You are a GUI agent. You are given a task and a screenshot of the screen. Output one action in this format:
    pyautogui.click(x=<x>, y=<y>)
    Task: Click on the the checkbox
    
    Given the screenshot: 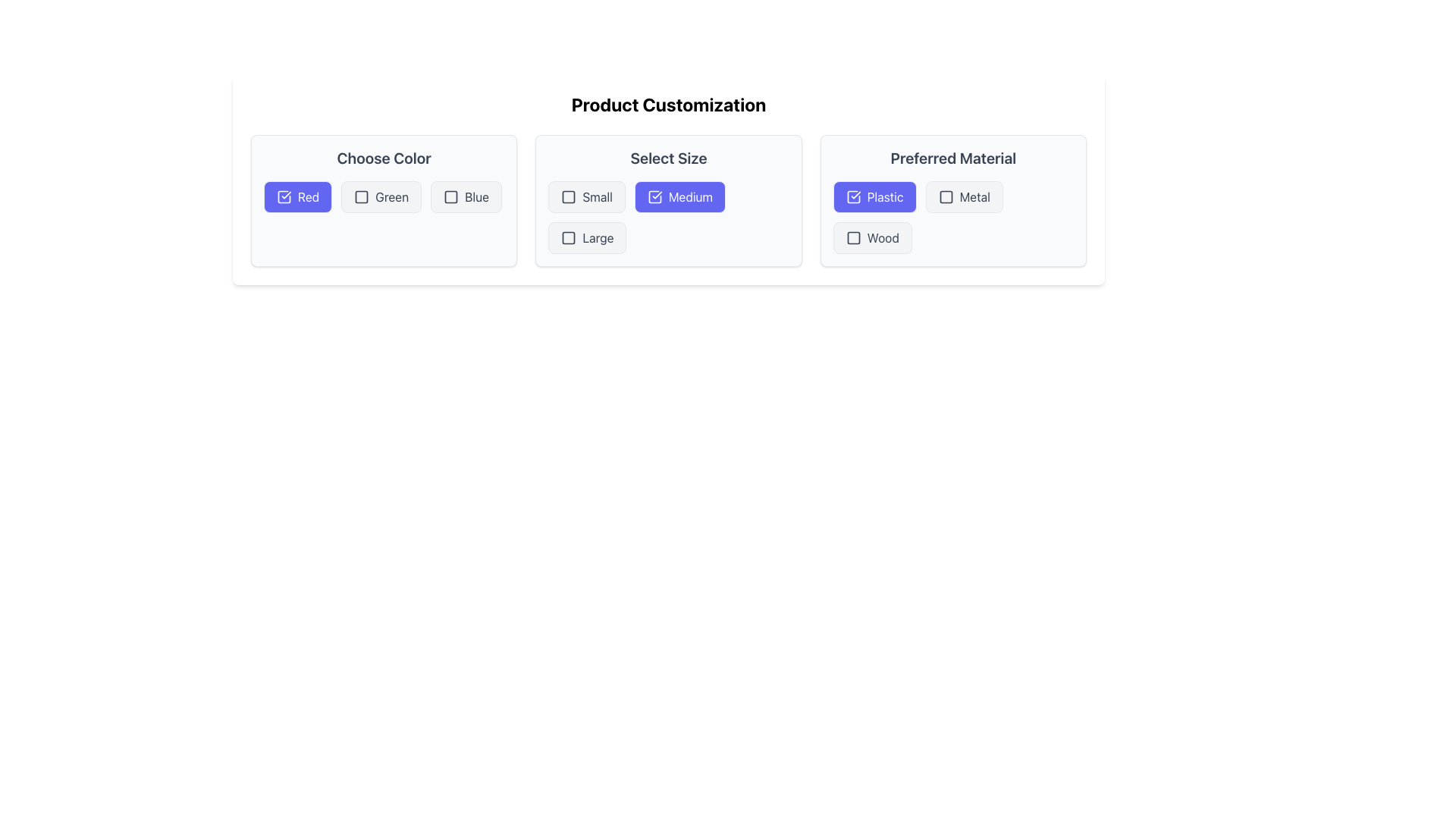 What is the action you would take?
    pyautogui.click(x=872, y=237)
    